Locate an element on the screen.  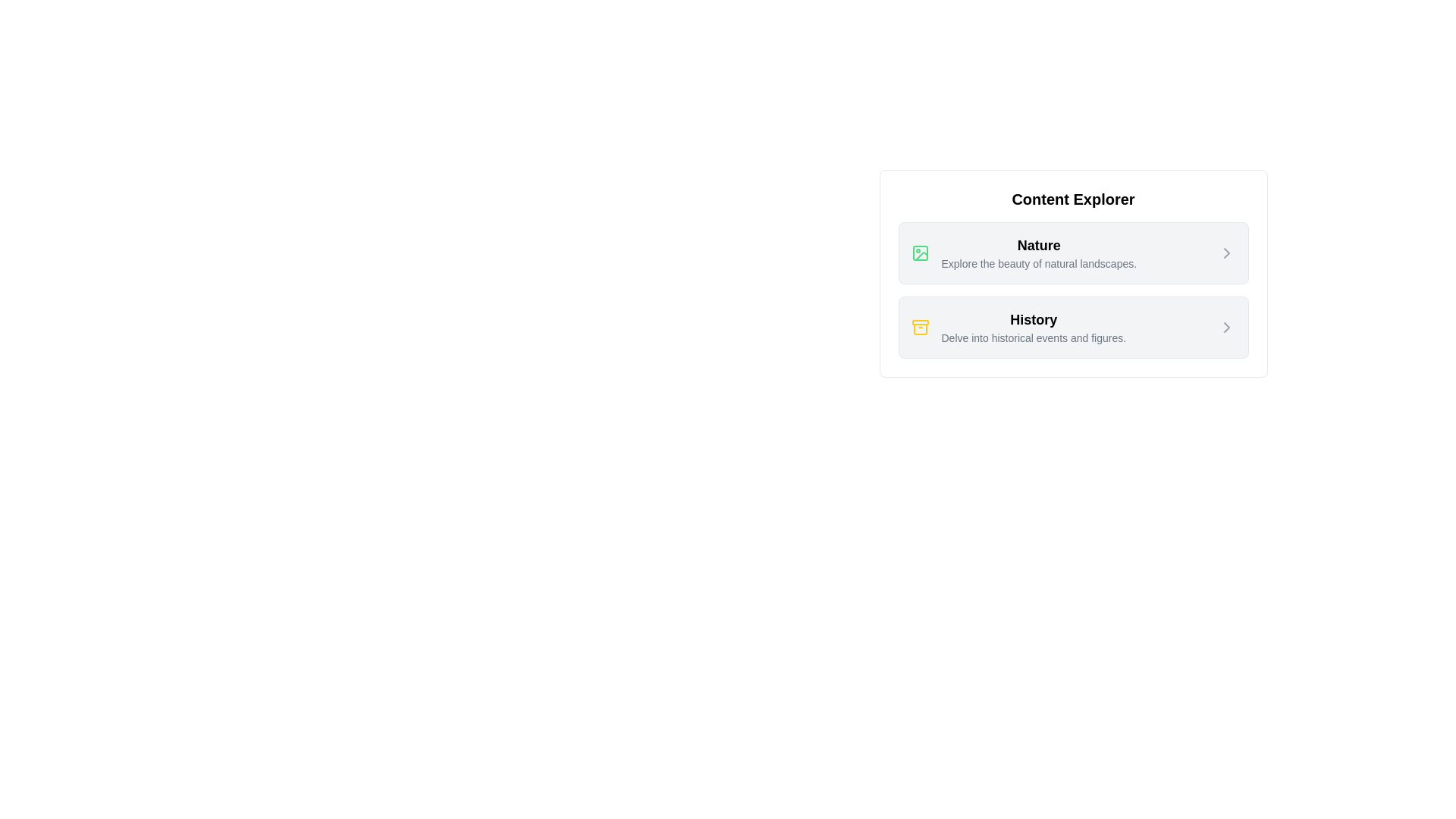
the icon with a yellow outline that resembles a rectangular box with rounded corners, located in the 'Content Explorer' interface, to trigger potential tooltips or visual feedback is located at coordinates (919, 328).